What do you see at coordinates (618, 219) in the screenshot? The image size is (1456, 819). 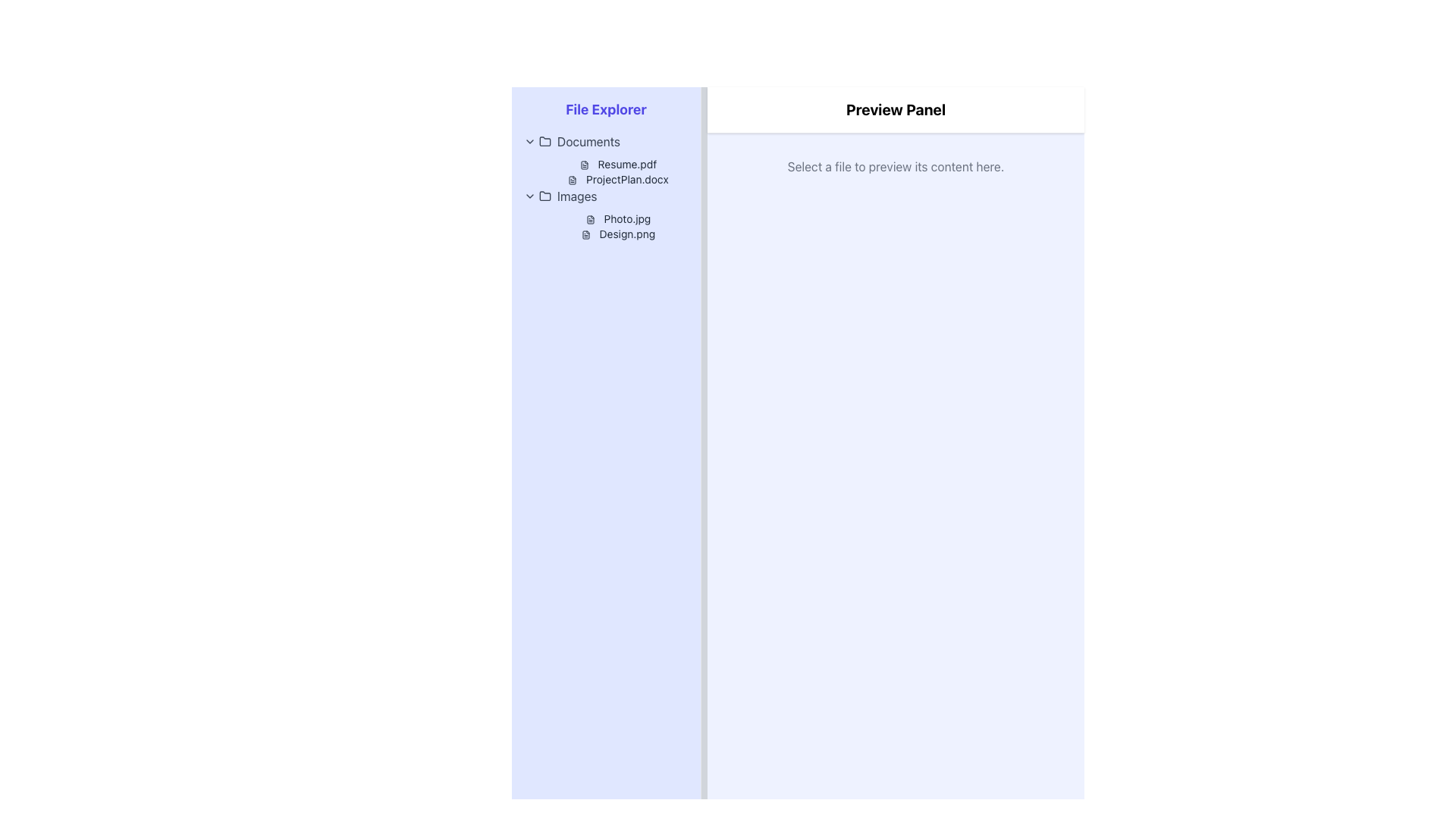 I see `the text label representing the file 'Photo.jpg' to change its color` at bounding box center [618, 219].